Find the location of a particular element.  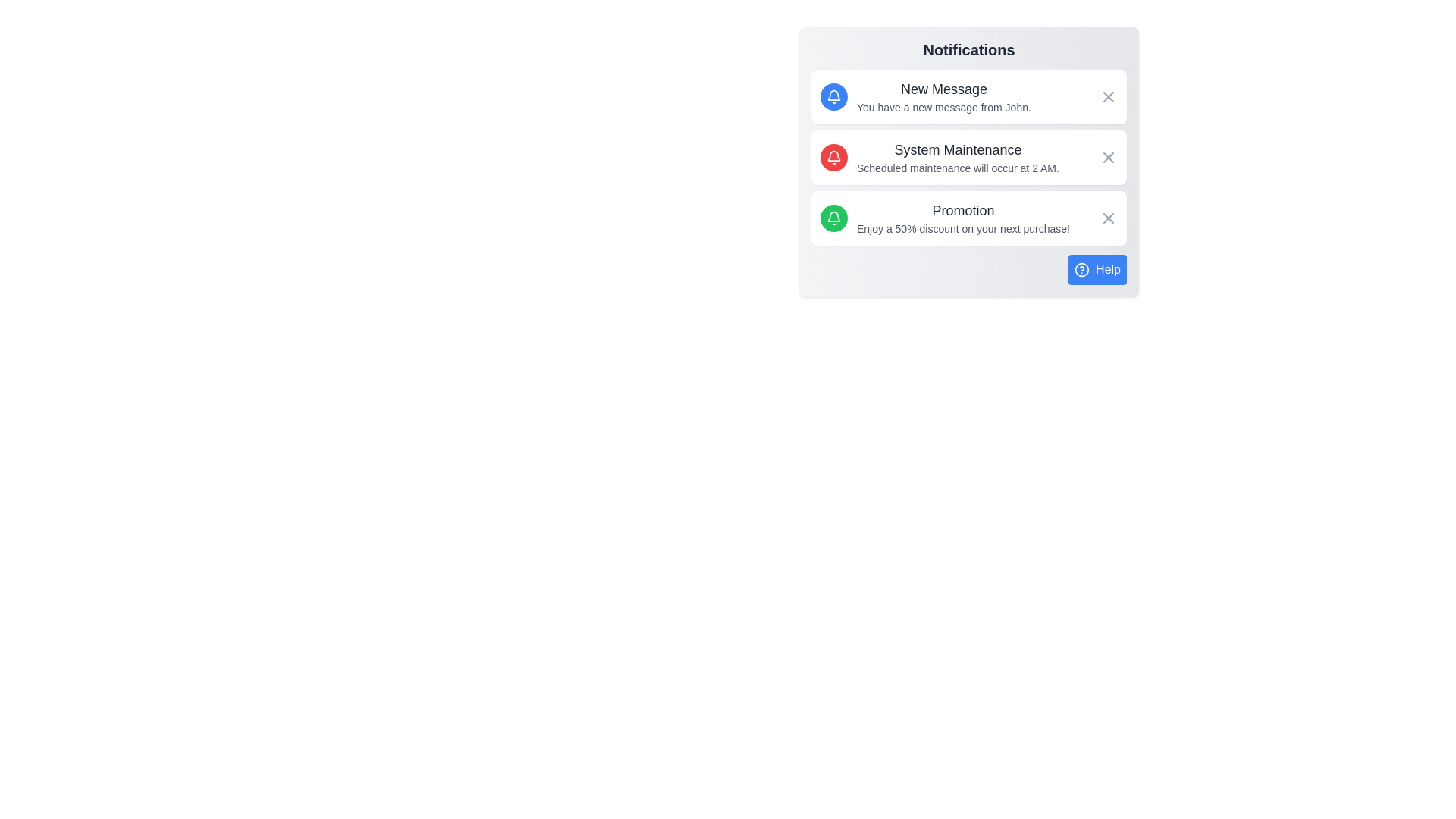

the dismissal button located to the far right of the 'Promotion' notification in the notification panel is located at coordinates (1109, 218).